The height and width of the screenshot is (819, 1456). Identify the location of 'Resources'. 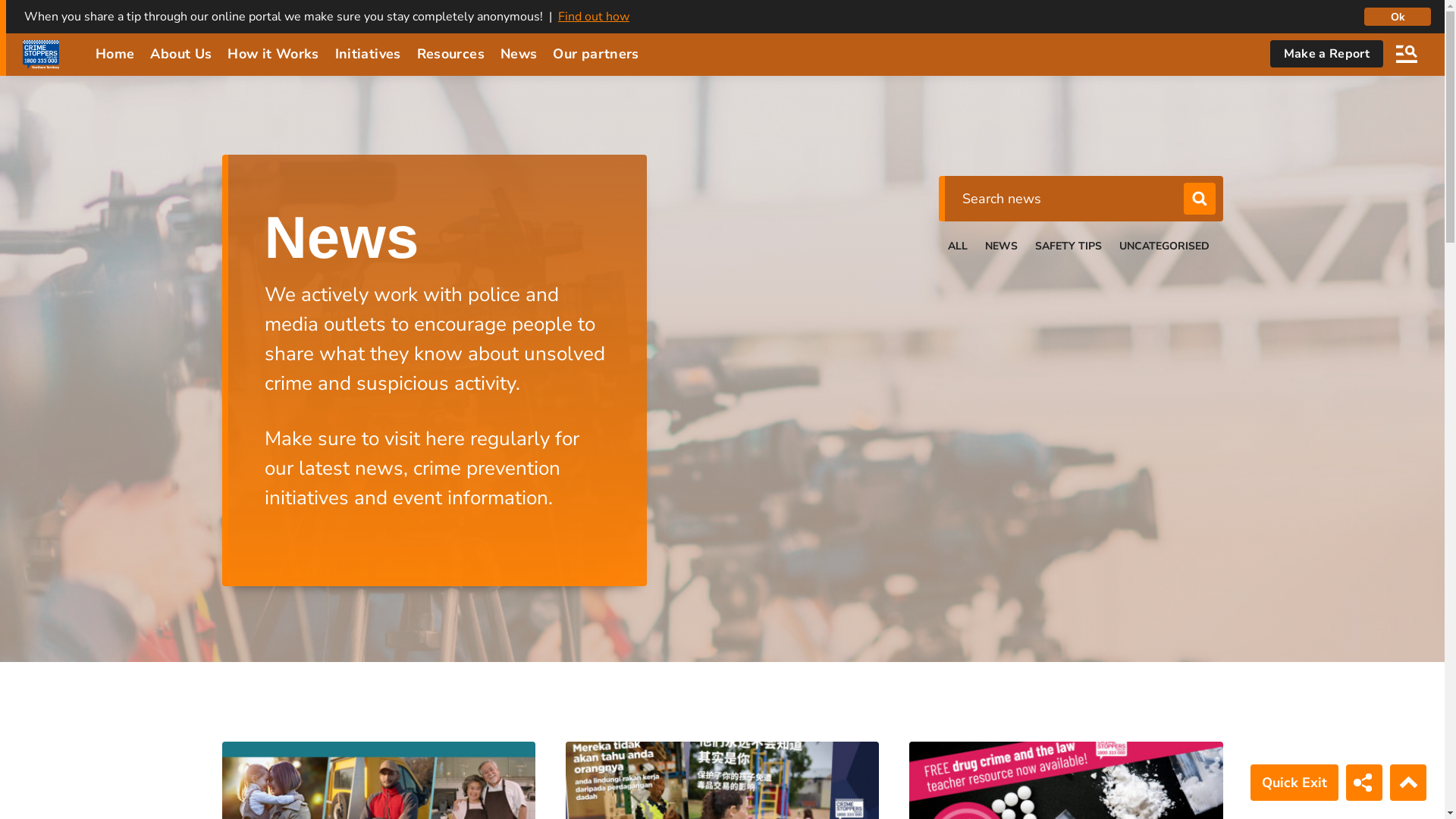
(450, 52).